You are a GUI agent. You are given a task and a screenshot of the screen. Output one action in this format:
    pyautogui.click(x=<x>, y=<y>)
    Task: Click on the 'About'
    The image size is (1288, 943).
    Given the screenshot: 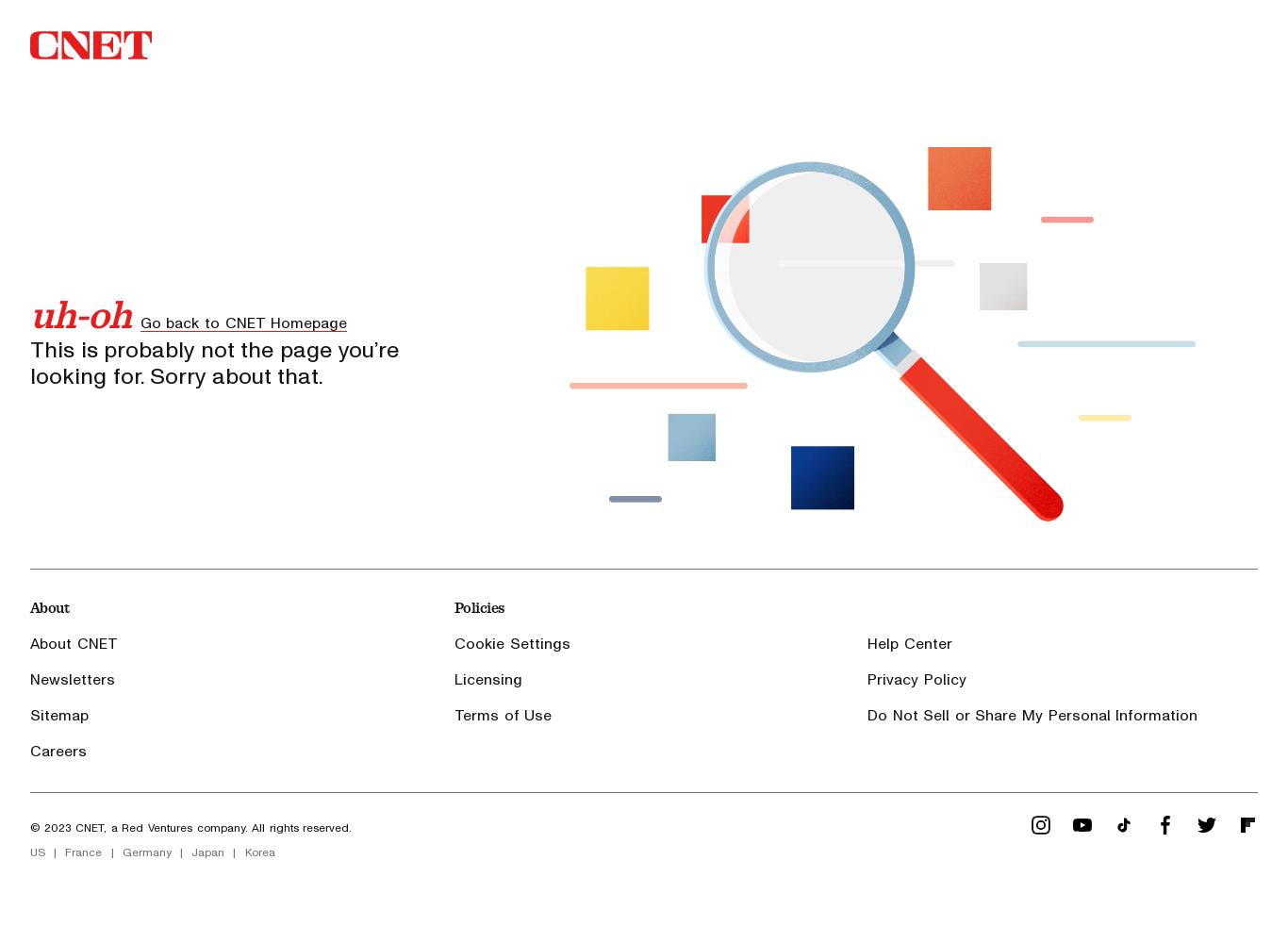 What is the action you would take?
    pyautogui.click(x=29, y=606)
    